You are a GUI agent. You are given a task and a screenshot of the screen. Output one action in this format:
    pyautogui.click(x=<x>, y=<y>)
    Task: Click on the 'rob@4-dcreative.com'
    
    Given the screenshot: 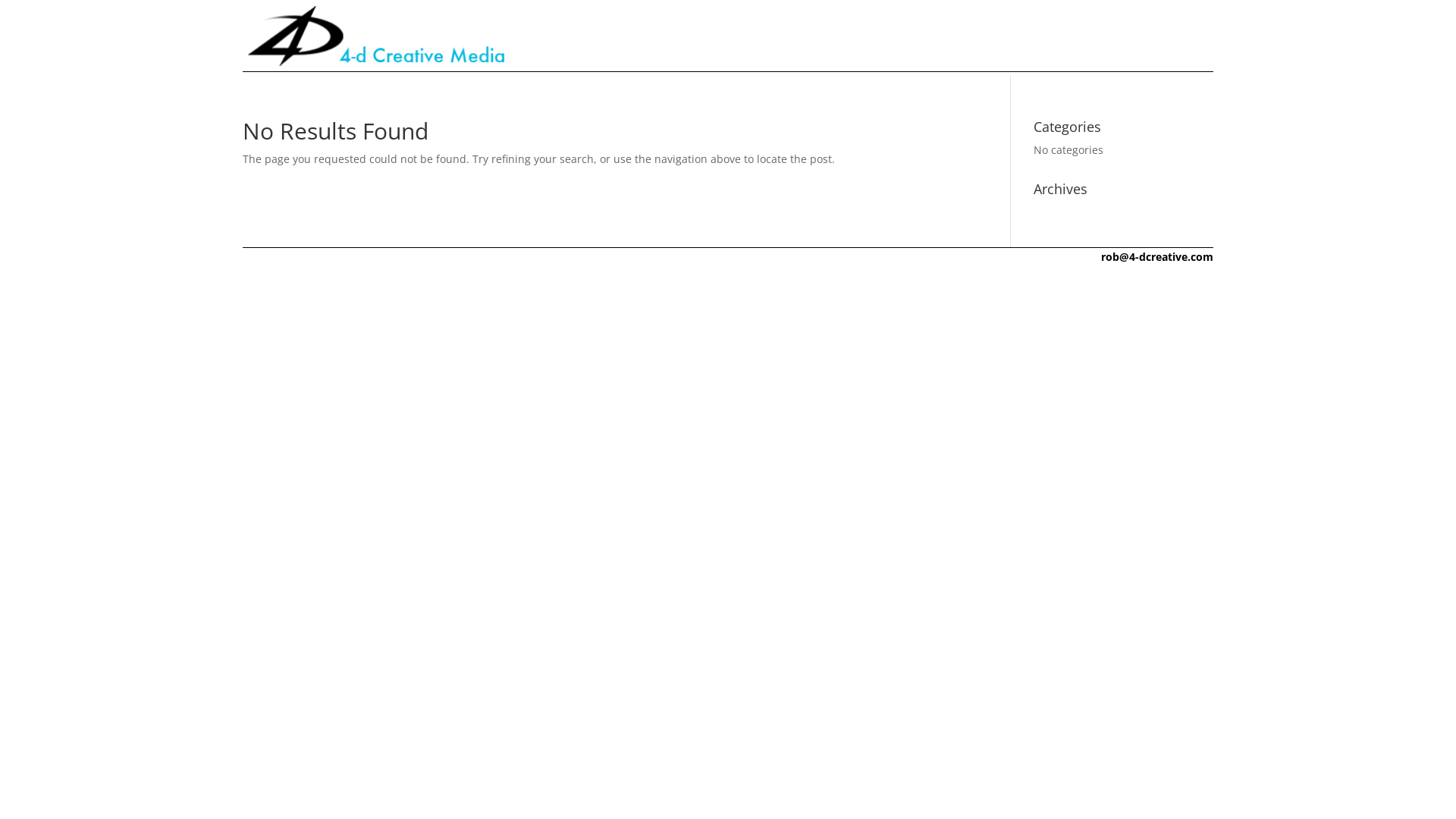 What is the action you would take?
    pyautogui.click(x=1156, y=256)
    